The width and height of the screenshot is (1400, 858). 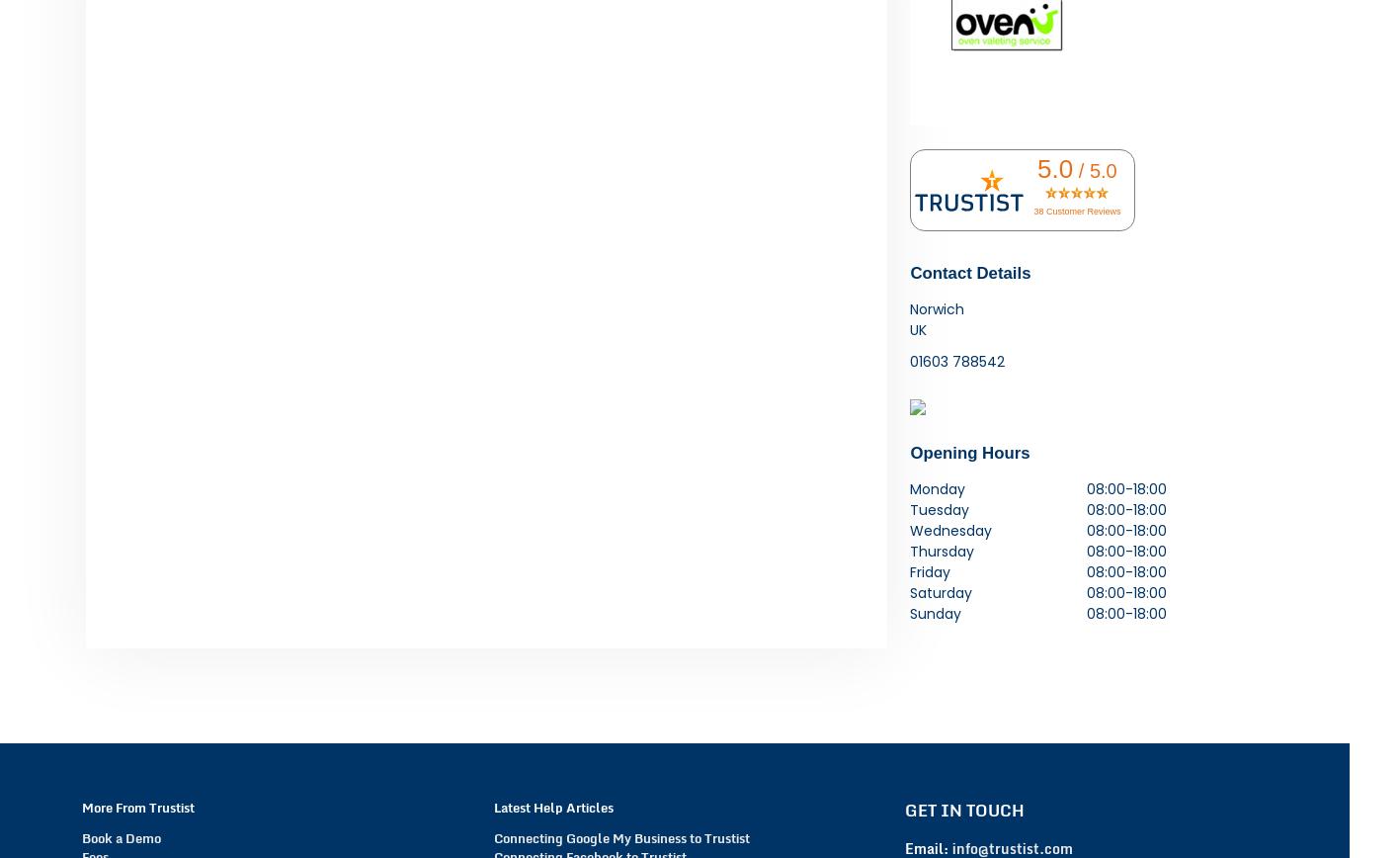 What do you see at coordinates (930, 571) in the screenshot?
I see `'Friday'` at bounding box center [930, 571].